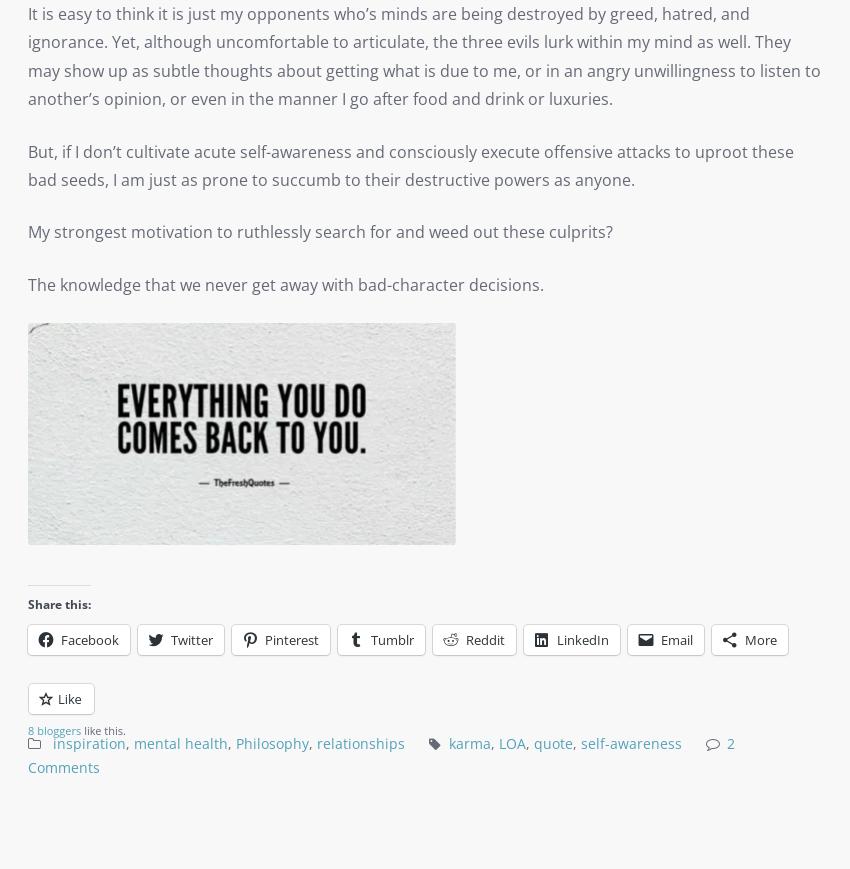 This screenshot has height=869, width=850. I want to click on 'Facebook', so click(89, 638).